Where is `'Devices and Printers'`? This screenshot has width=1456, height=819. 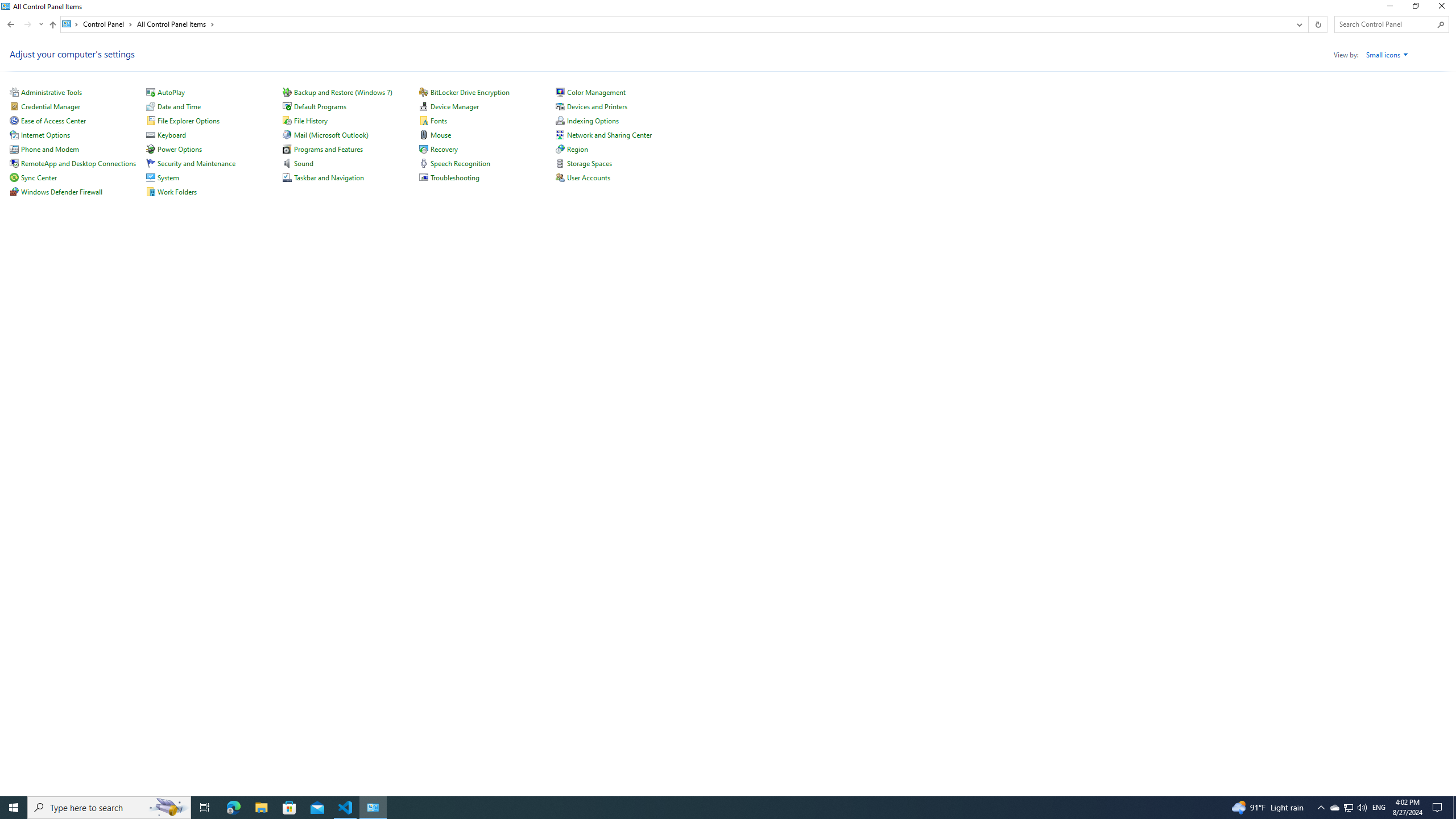 'Devices and Printers' is located at coordinates (597, 106).